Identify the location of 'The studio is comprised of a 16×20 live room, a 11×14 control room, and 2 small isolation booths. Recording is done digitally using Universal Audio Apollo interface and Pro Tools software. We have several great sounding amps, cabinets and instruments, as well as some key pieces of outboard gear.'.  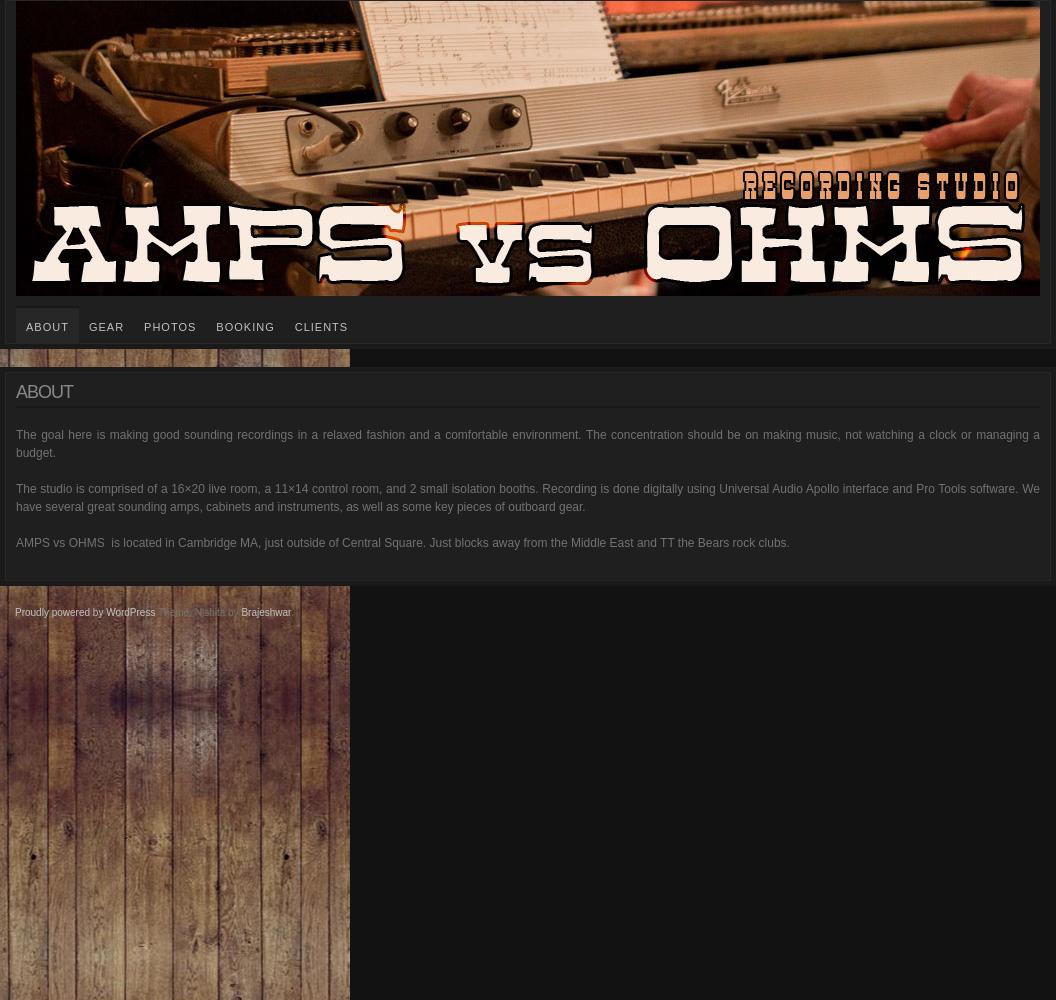
(528, 497).